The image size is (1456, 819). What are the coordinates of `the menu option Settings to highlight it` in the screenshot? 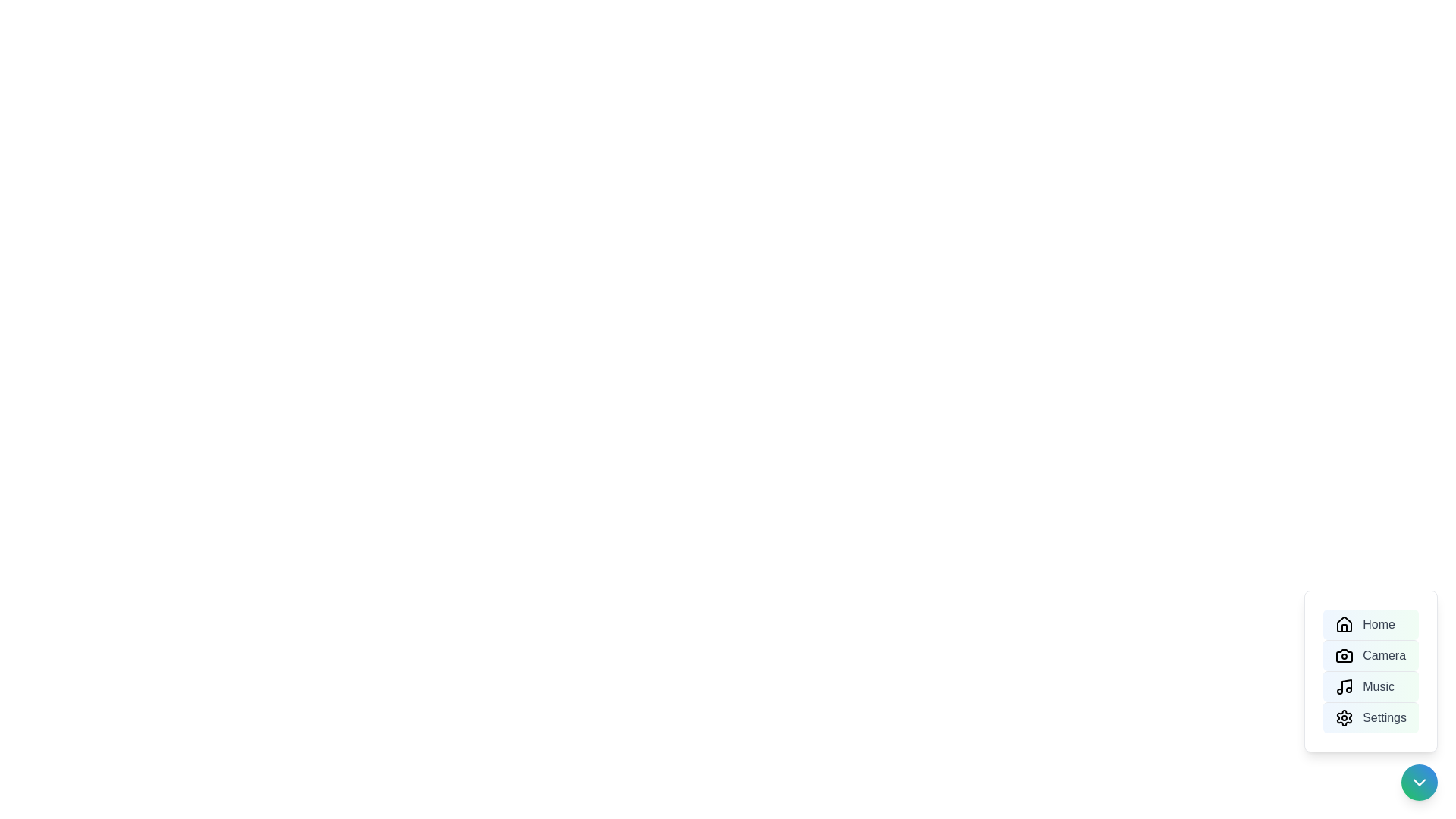 It's located at (1371, 717).